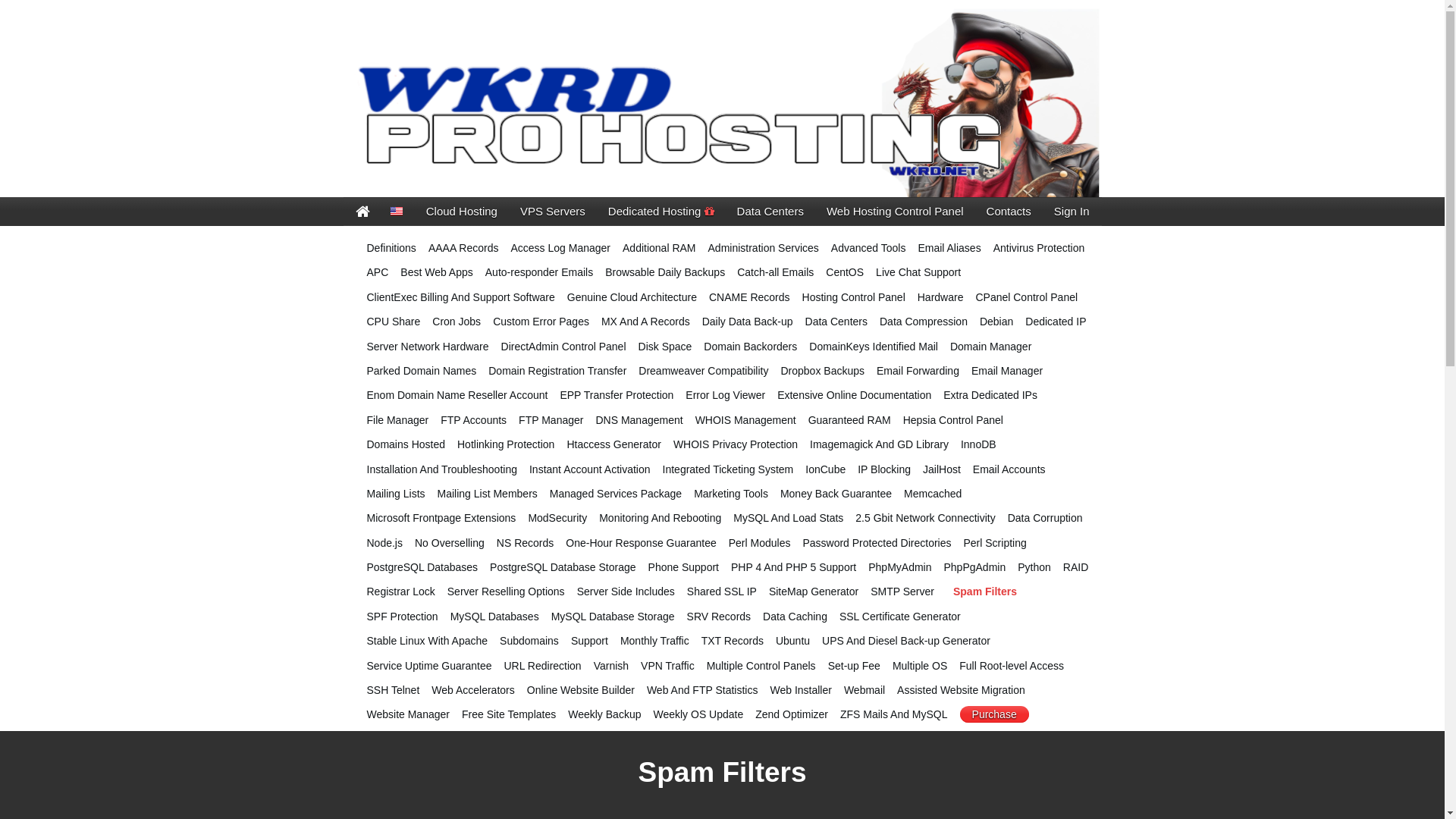 This screenshot has width=1456, height=819. Describe the element at coordinates (962, 542) in the screenshot. I see `'Perl Scripting'` at that location.